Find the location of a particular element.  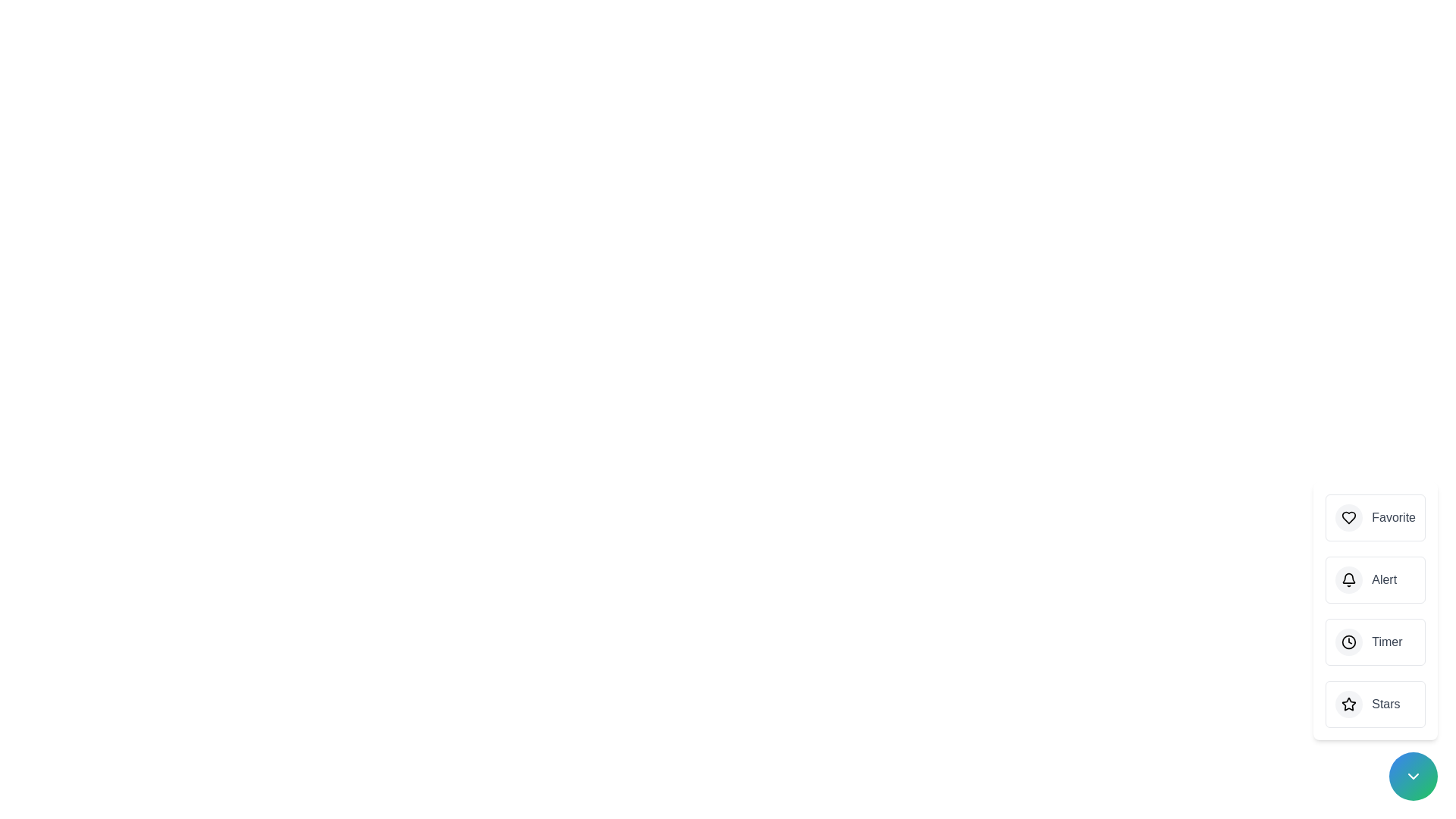

'Timer' button to trigger its action is located at coordinates (1376, 642).